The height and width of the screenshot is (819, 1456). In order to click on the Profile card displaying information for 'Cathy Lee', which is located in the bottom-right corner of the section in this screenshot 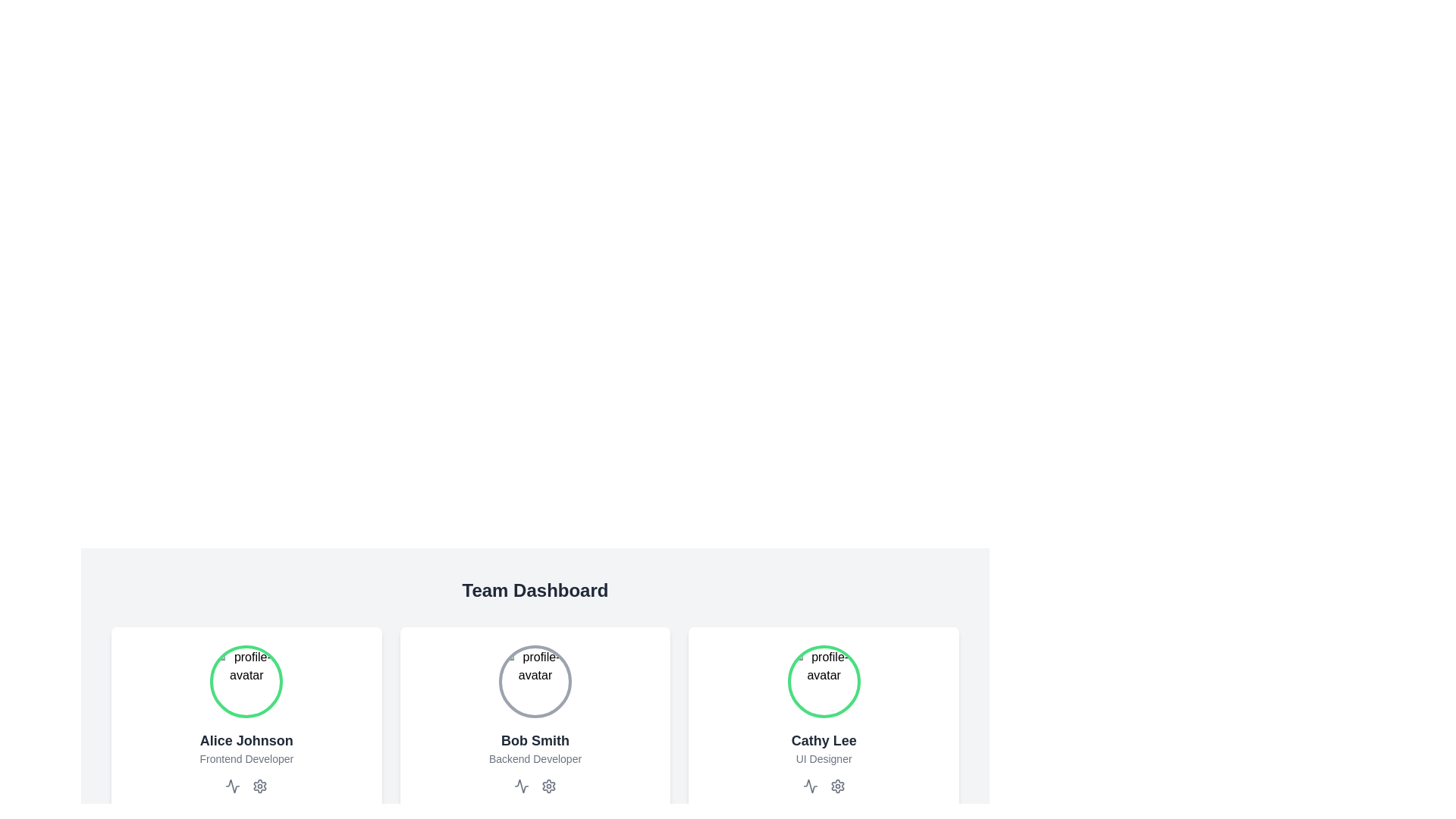, I will do `click(823, 718)`.